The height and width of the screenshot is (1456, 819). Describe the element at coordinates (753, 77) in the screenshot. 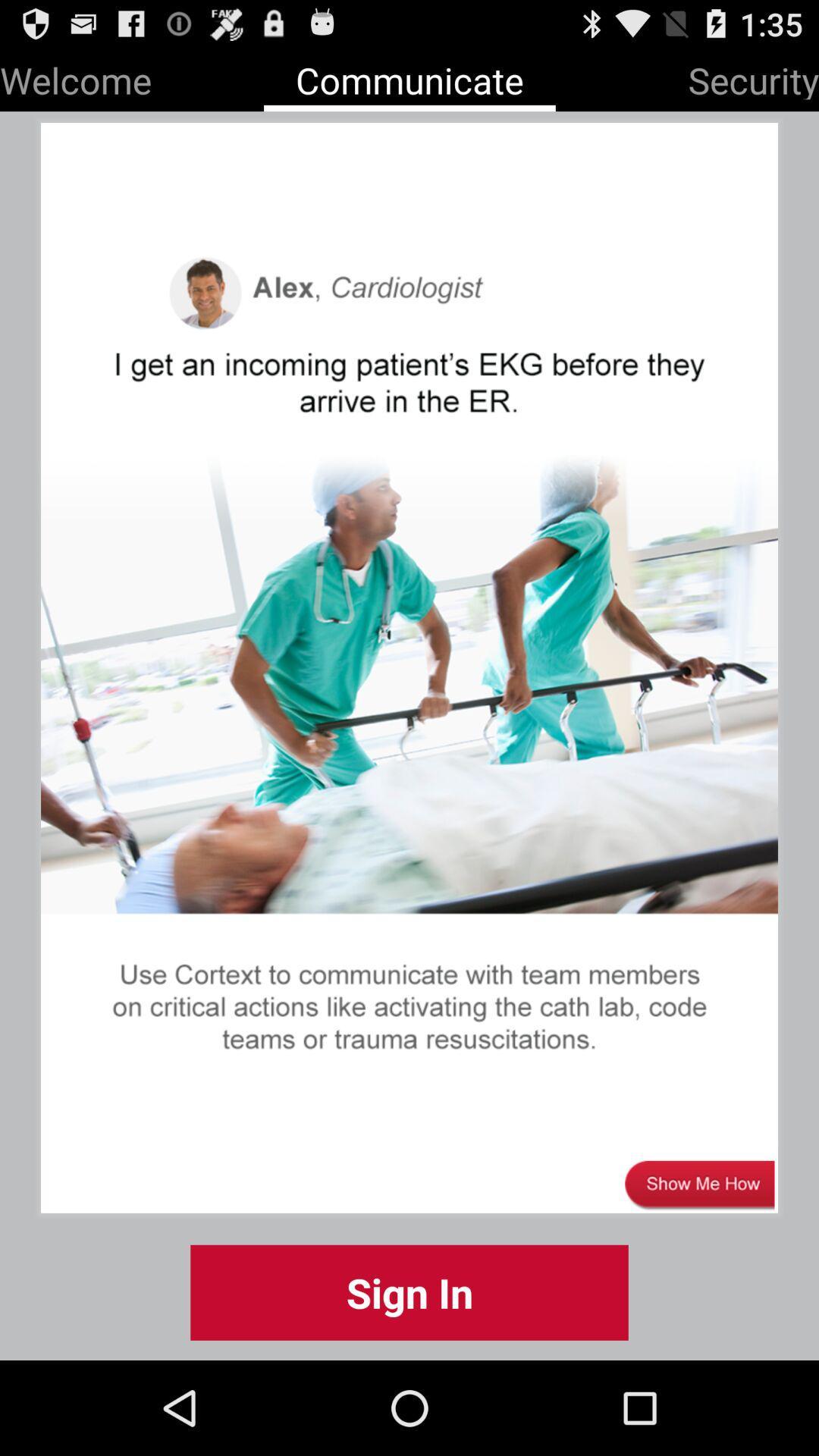

I see `the item at the top right corner` at that location.